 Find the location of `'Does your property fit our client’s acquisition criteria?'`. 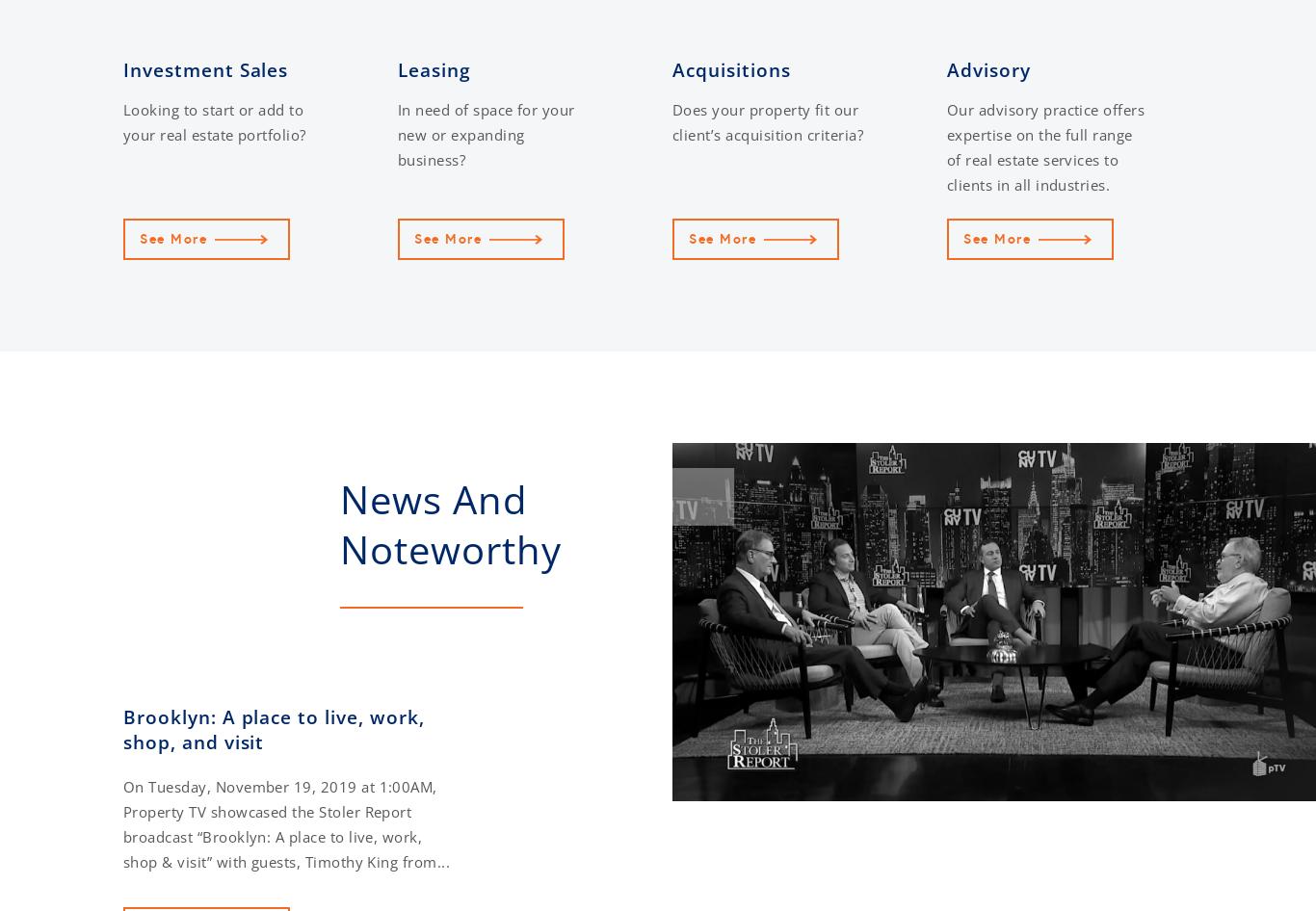

'Does your property fit our client’s acquisition criteria?' is located at coordinates (768, 120).